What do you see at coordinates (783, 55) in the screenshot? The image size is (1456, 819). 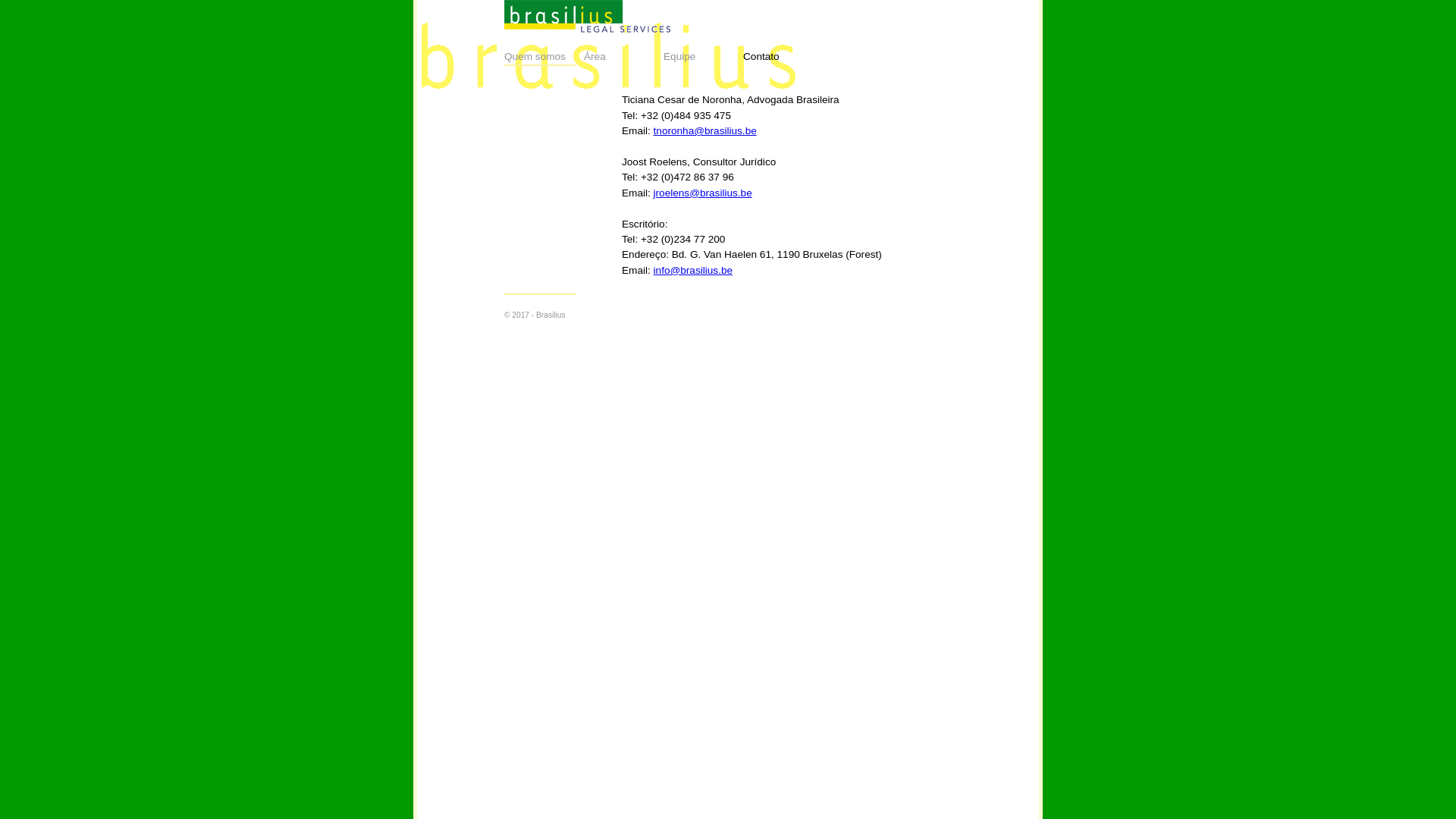 I see `'Contato'` at bounding box center [783, 55].